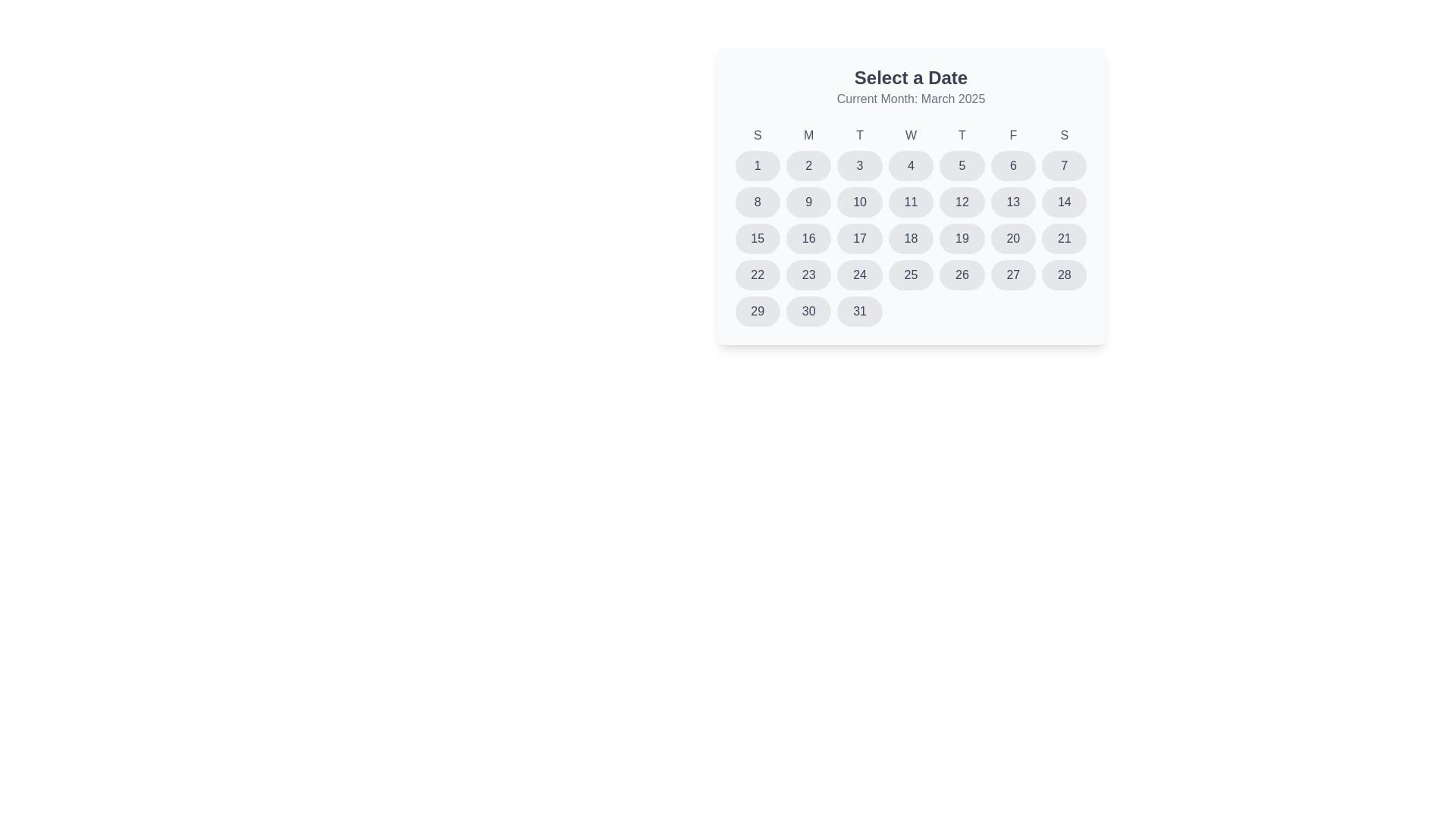  I want to click on the text heading element displaying 'Select a Date', which is prominently styled in dark gray on a light background, located at the top of the calendar interface, so click(910, 78).